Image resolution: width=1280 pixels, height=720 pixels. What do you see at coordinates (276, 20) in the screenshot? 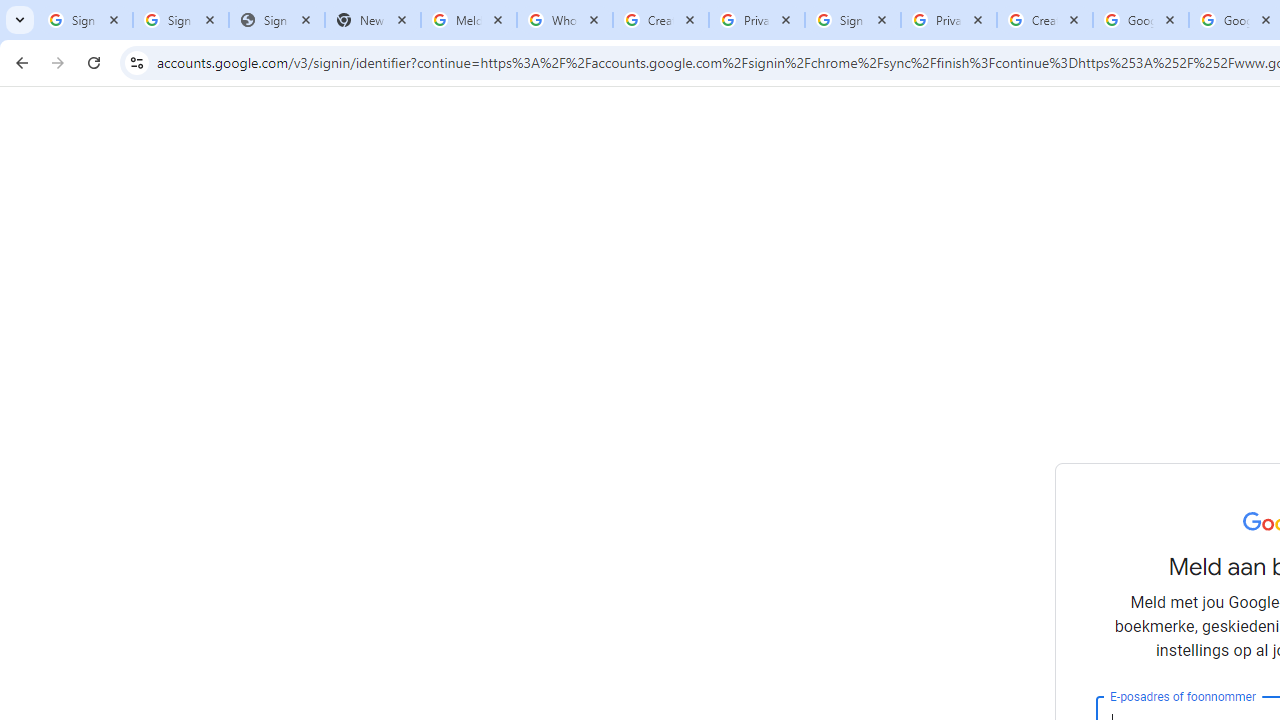
I see `'Sign In - USA TODAY'` at bounding box center [276, 20].